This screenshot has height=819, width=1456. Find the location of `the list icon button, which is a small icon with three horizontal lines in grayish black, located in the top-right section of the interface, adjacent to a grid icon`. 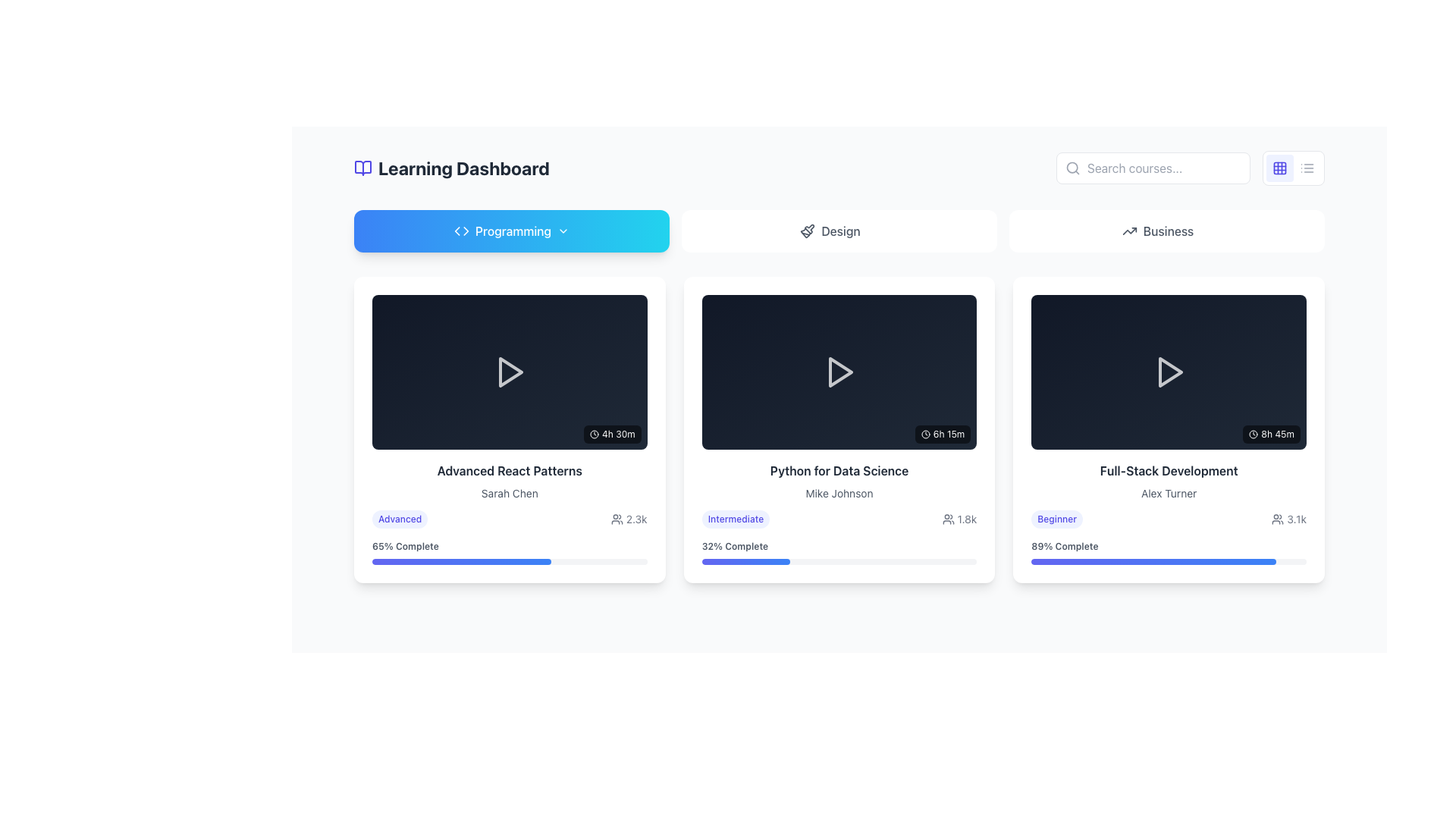

the list icon button, which is a small icon with three horizontal lines in grayish black, located in the top-right section of the interface, adjacent to a grid icon is located at coordinates (1306, 168).